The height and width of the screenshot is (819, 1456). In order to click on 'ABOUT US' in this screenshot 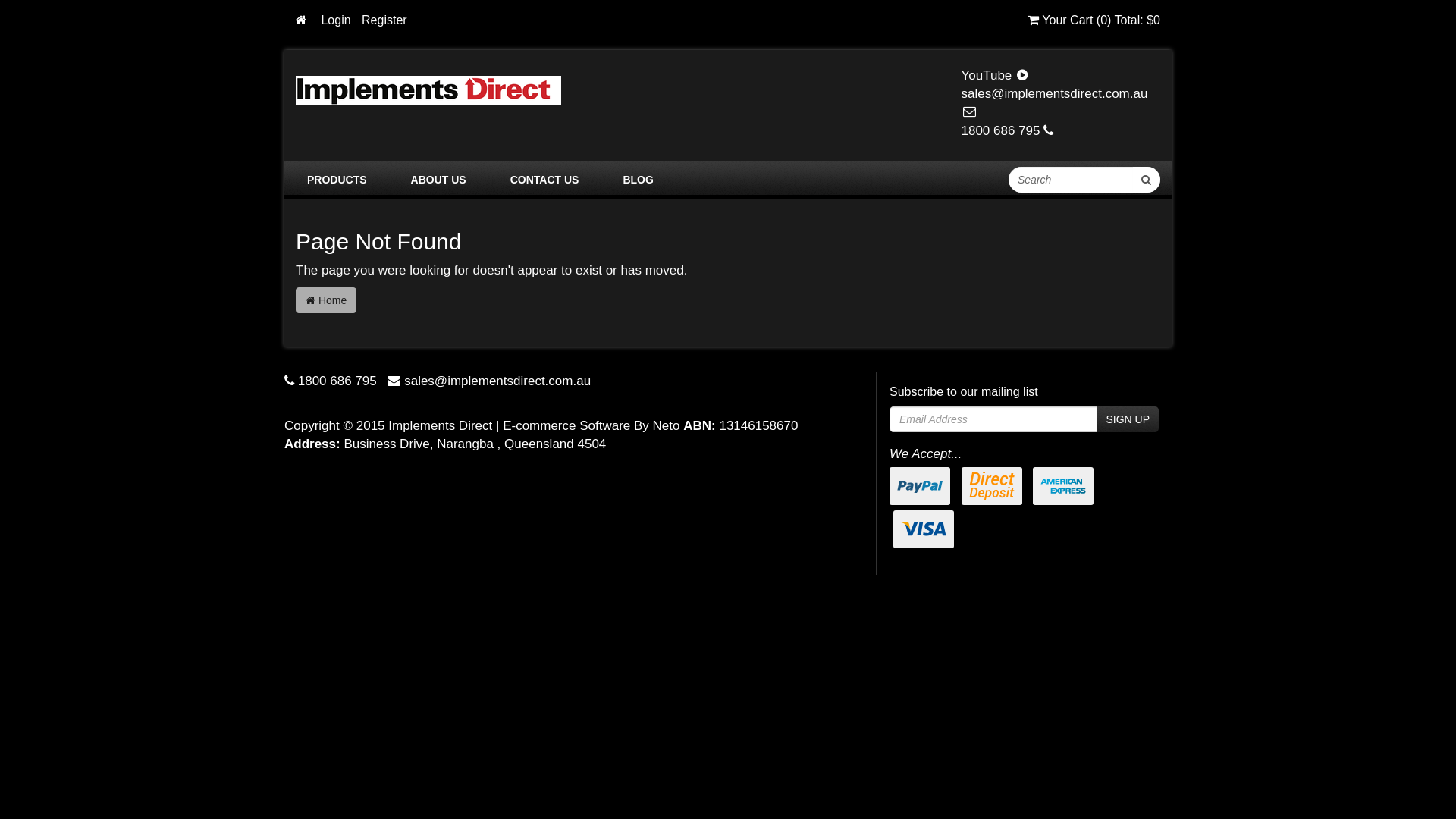, I will do `click(400, 178)`.